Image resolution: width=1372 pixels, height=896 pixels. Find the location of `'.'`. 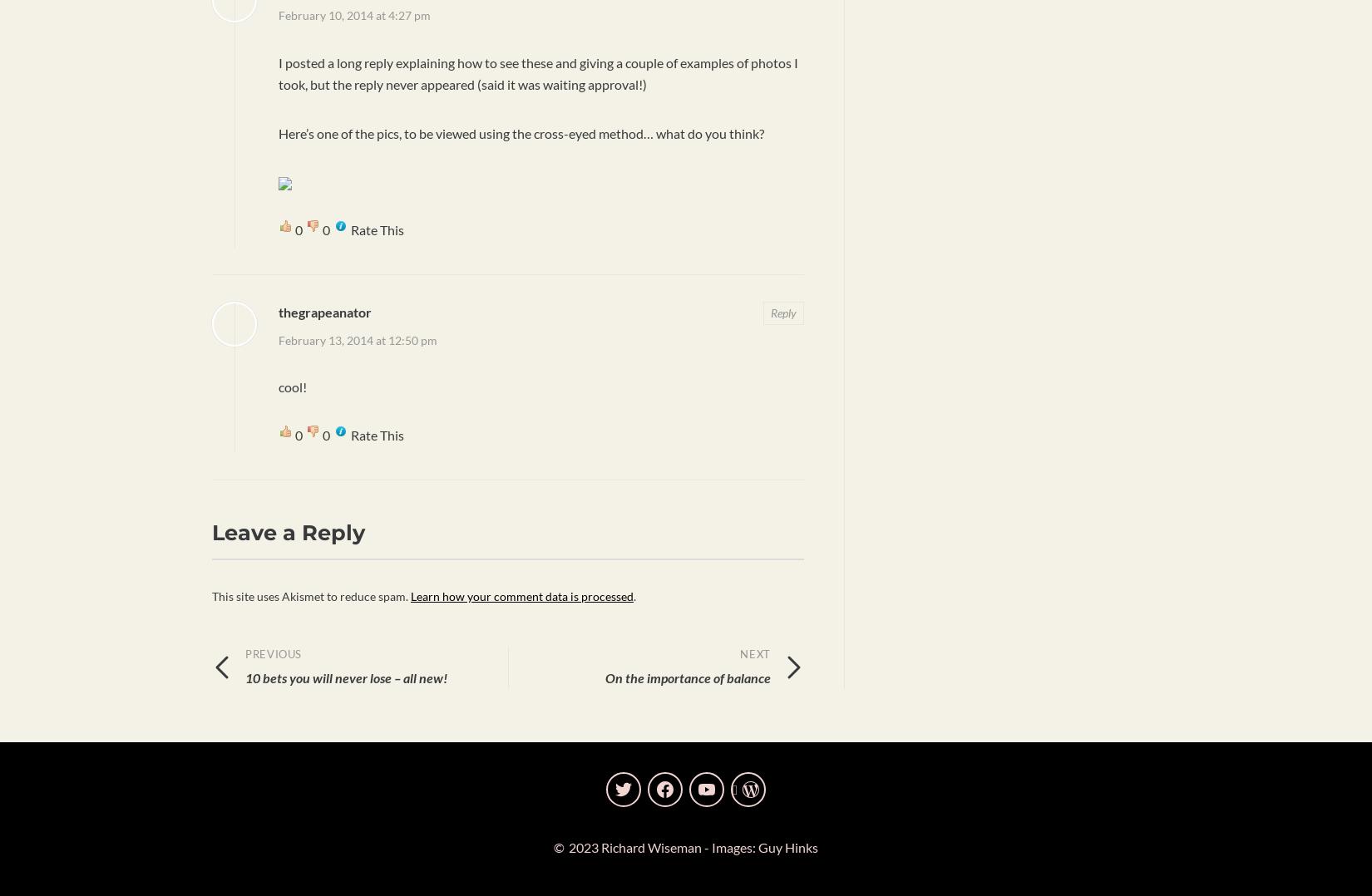

'.' is located at coordinates (634, 595).